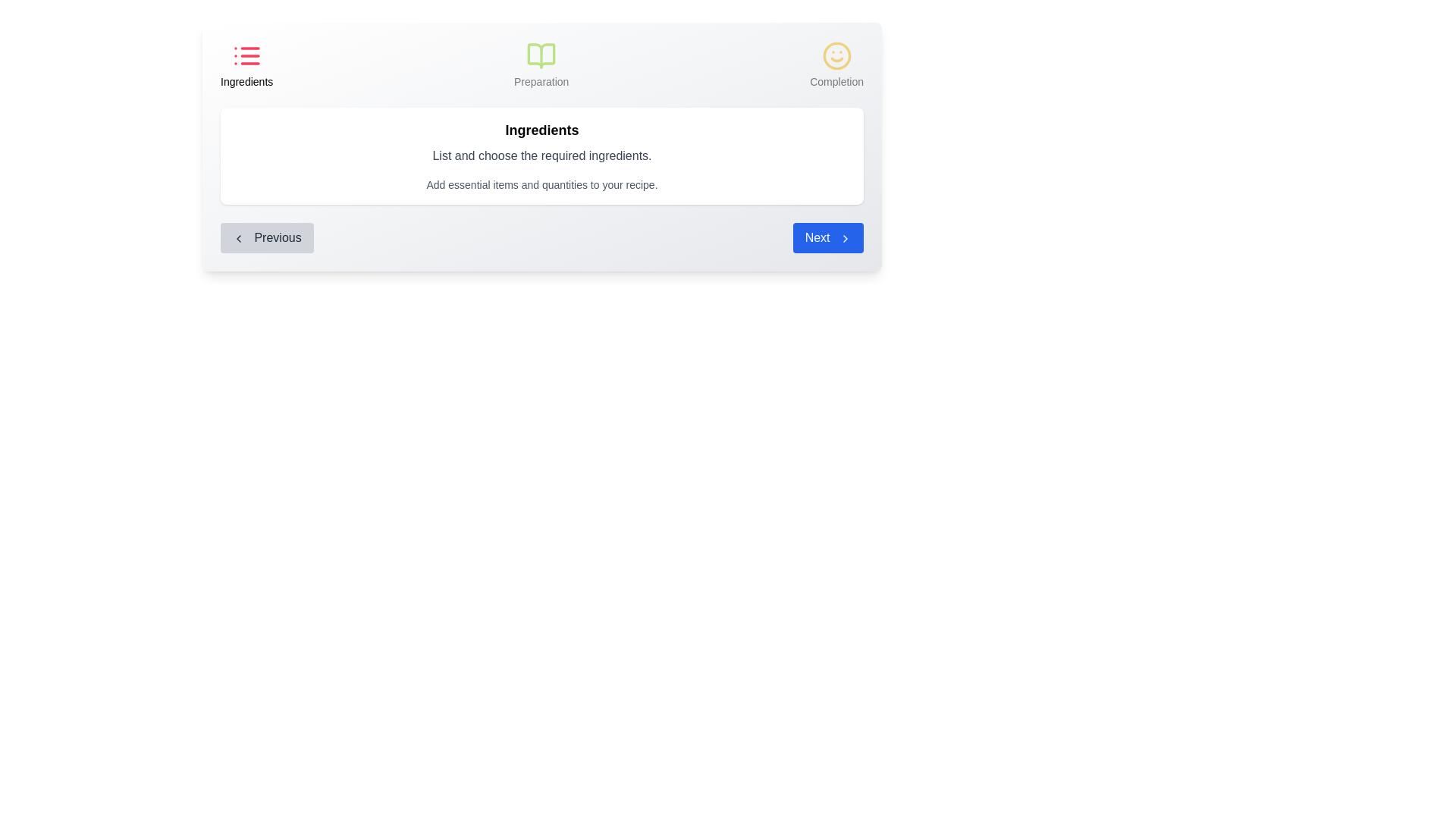 This screenshot has width=1456, height=819. What do you see at coordinates (836, 55) in the screenshot?
I see `the circular yellow boundary of the smiling face icon located at the far right of the header section` at bounding box center [836, 55].